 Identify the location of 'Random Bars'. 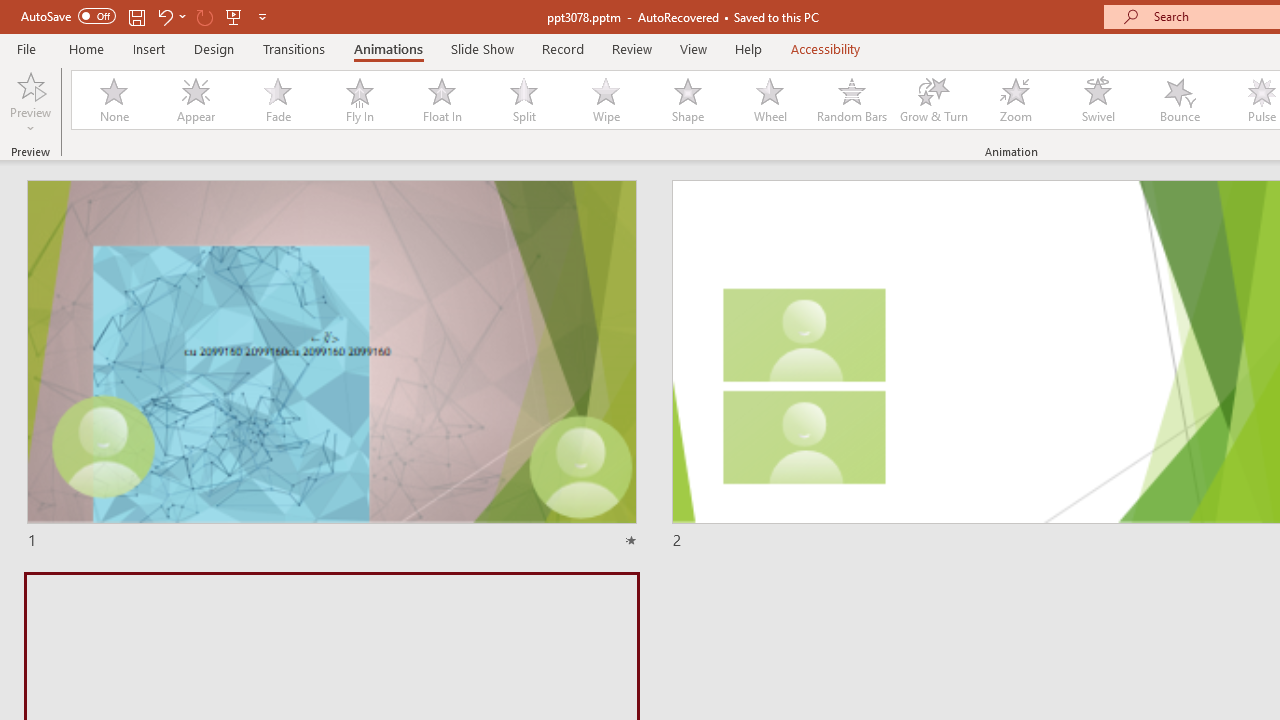
(852, 100).